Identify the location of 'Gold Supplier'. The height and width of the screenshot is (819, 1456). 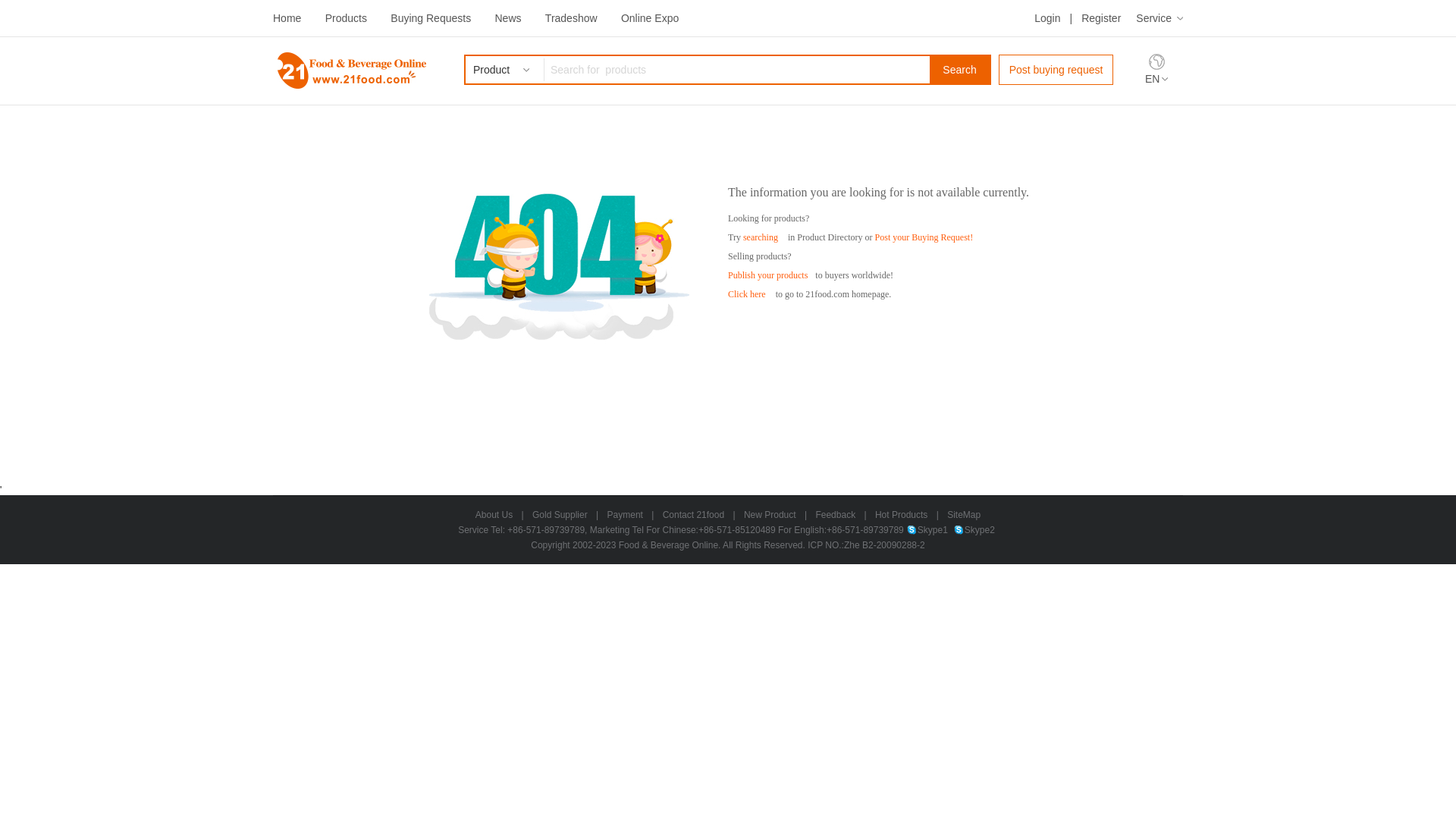
(559, 513).